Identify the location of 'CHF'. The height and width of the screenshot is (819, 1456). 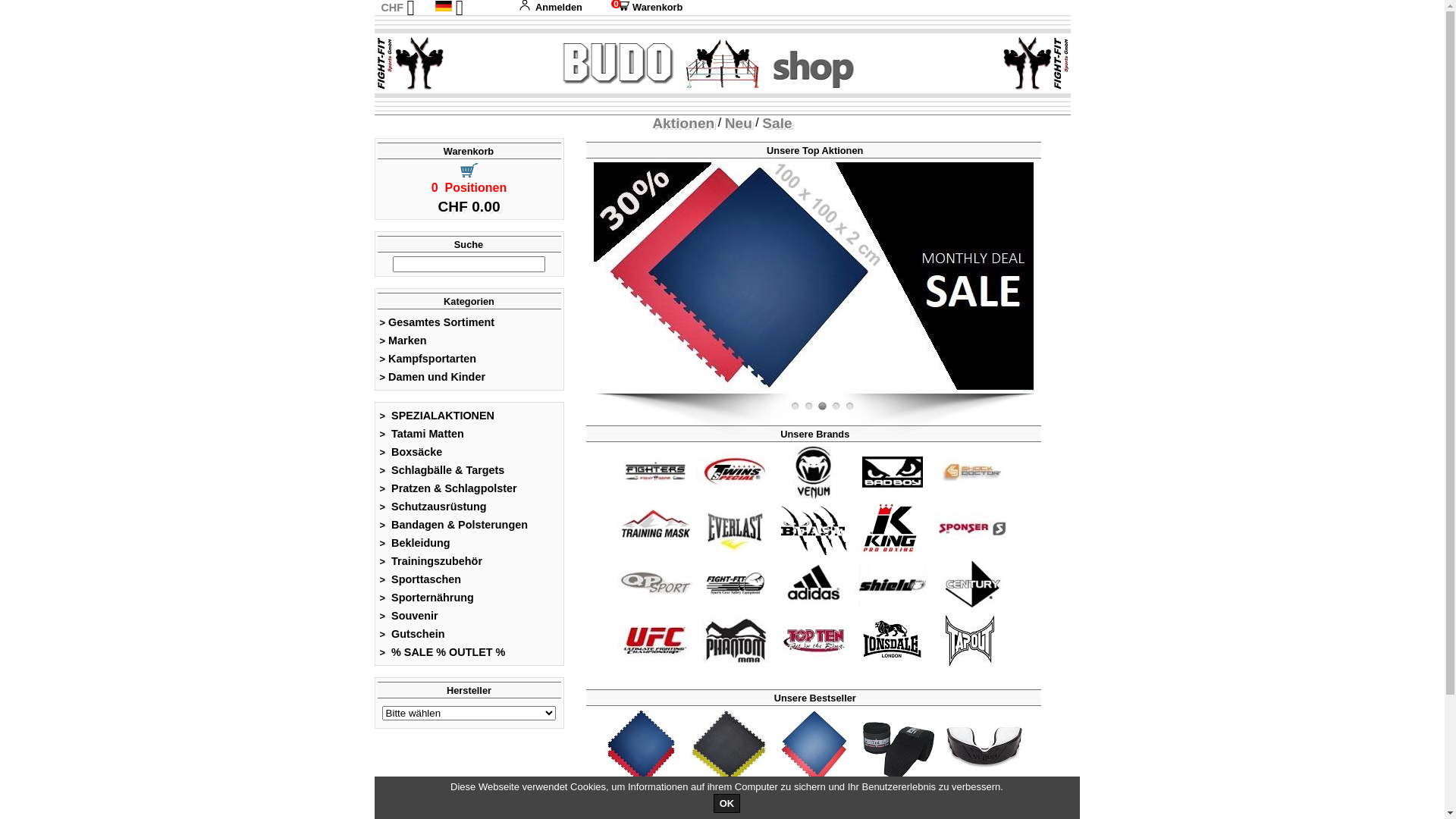
(392, 8).